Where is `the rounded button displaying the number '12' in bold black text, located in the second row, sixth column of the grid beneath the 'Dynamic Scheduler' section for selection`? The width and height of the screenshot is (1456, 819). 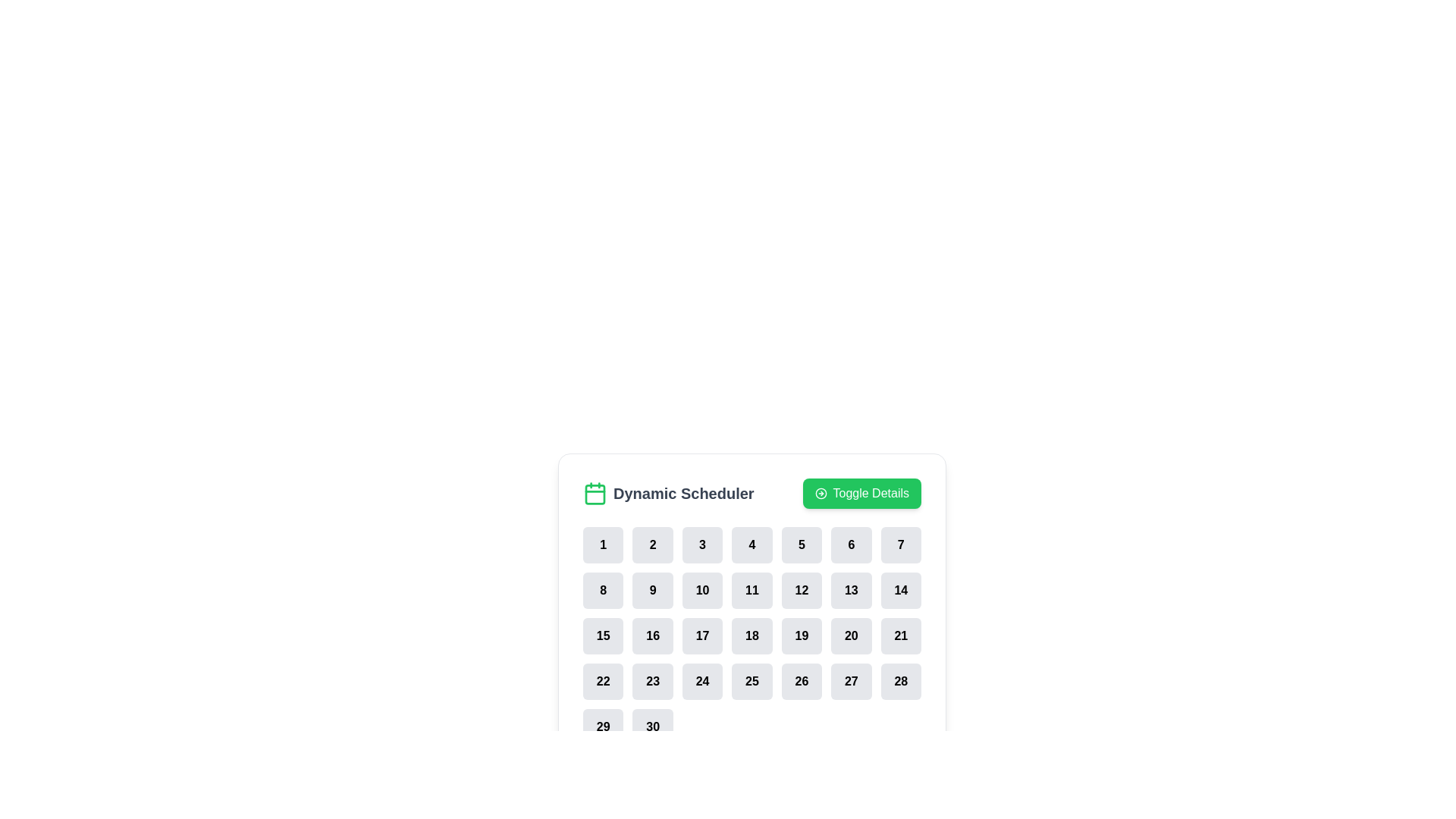
the rounded button displaying the number '12' in bold black text, located in the second row, sixth column of the grid beneath the 'Dynamic Scheduler' section for selection is located at coordinates (801, 590).